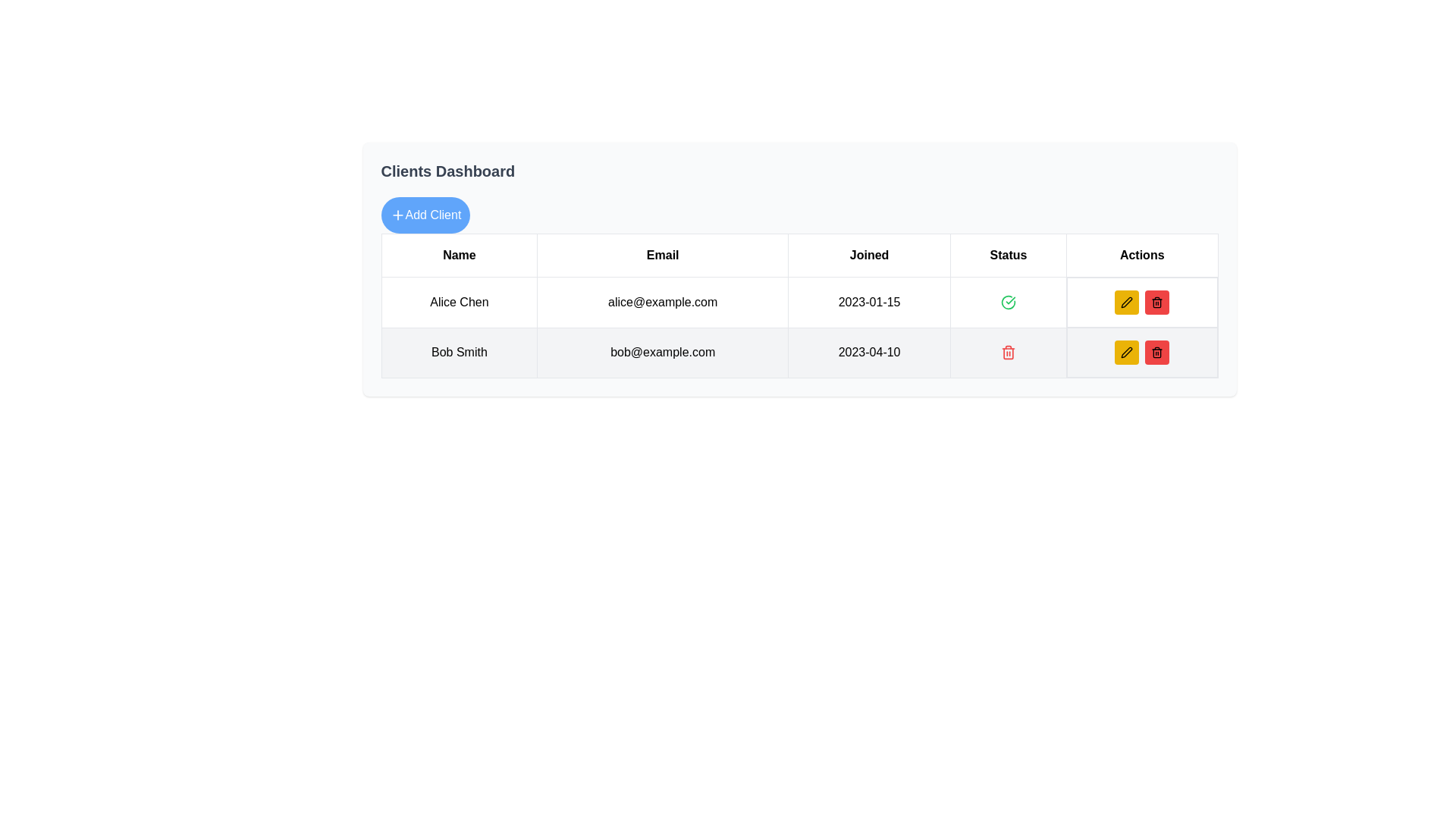 This screenshot has height=819, width=1456. Describe the element at coordinates (1008, 302) in the screenshot. I see `the status indicated by the success/completion icon located in the fourth column of the first row under the 'Status' header` at that location.